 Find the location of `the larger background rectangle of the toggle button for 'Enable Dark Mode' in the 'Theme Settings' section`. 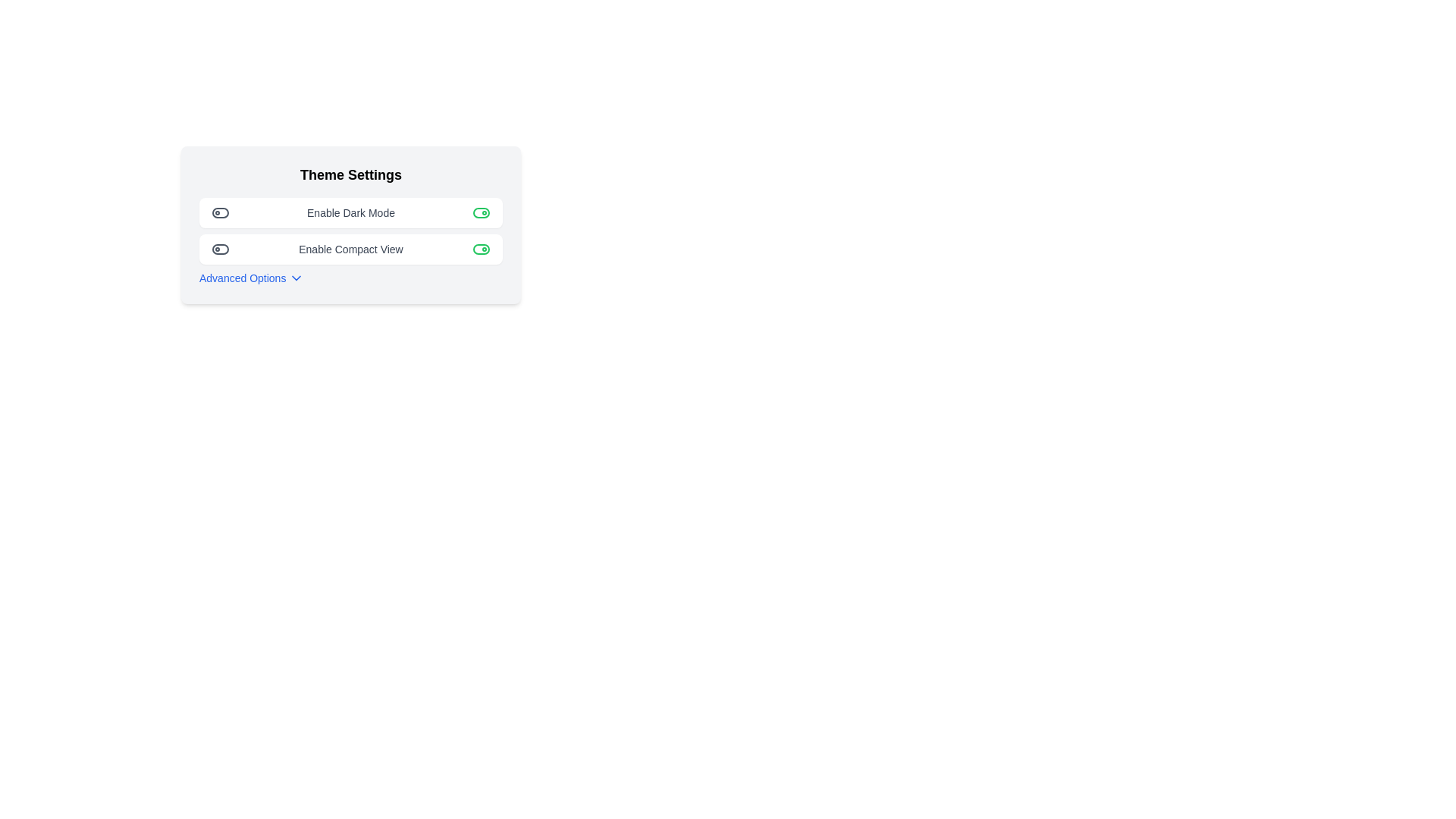

the larger background rectangle of the toggle button for 'Enable Dark Mode' in the 'Theme Settings' section is located at coordinates (480, 213).